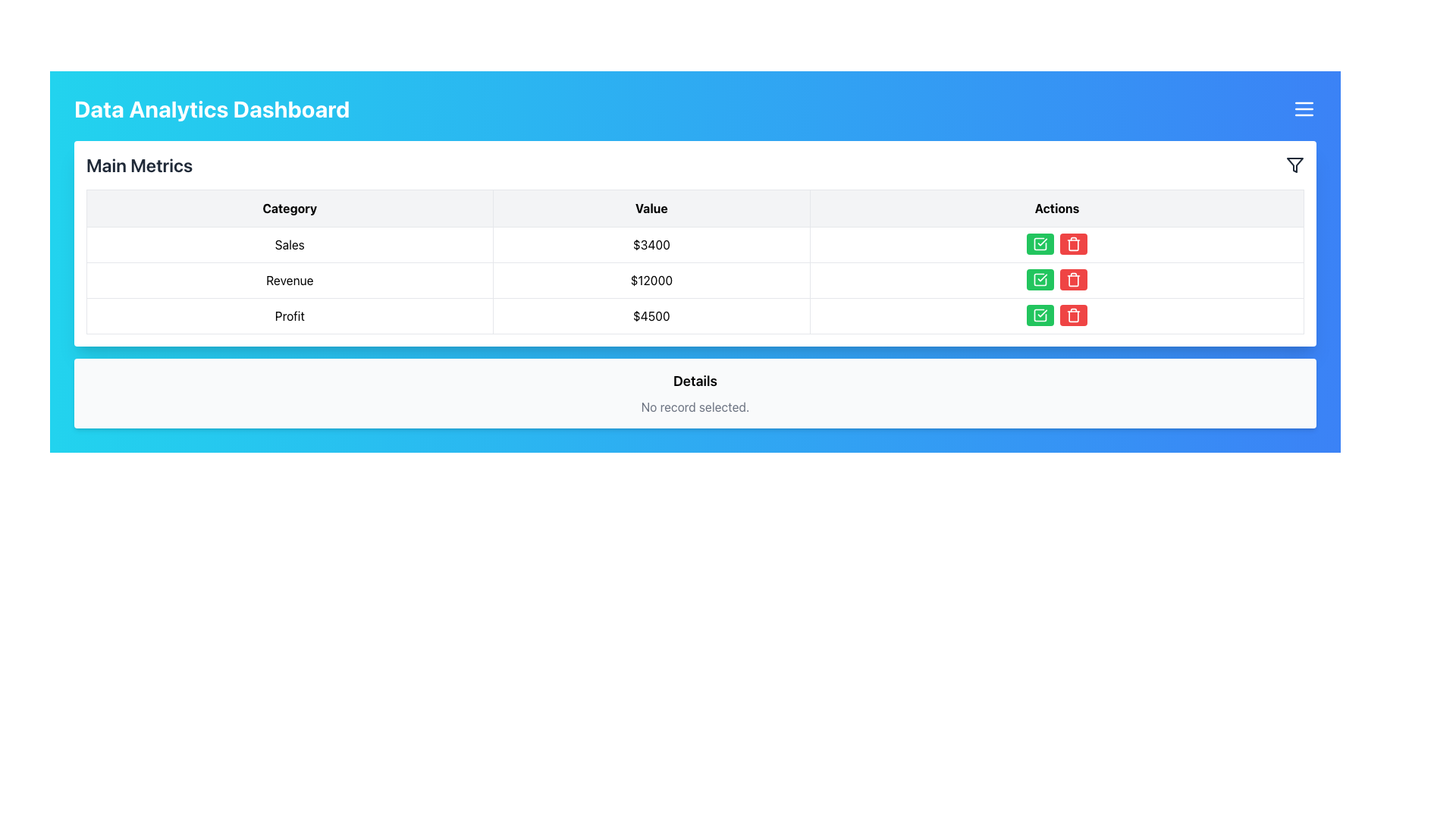 This screenshot has height=819, width=1456. What do you see at coordinates (1040, 315) in the screenshot?
I see `the third marking icon in the 'Actions' column corresponding to the 'Profit' row` at bounding box center [1040, 315].